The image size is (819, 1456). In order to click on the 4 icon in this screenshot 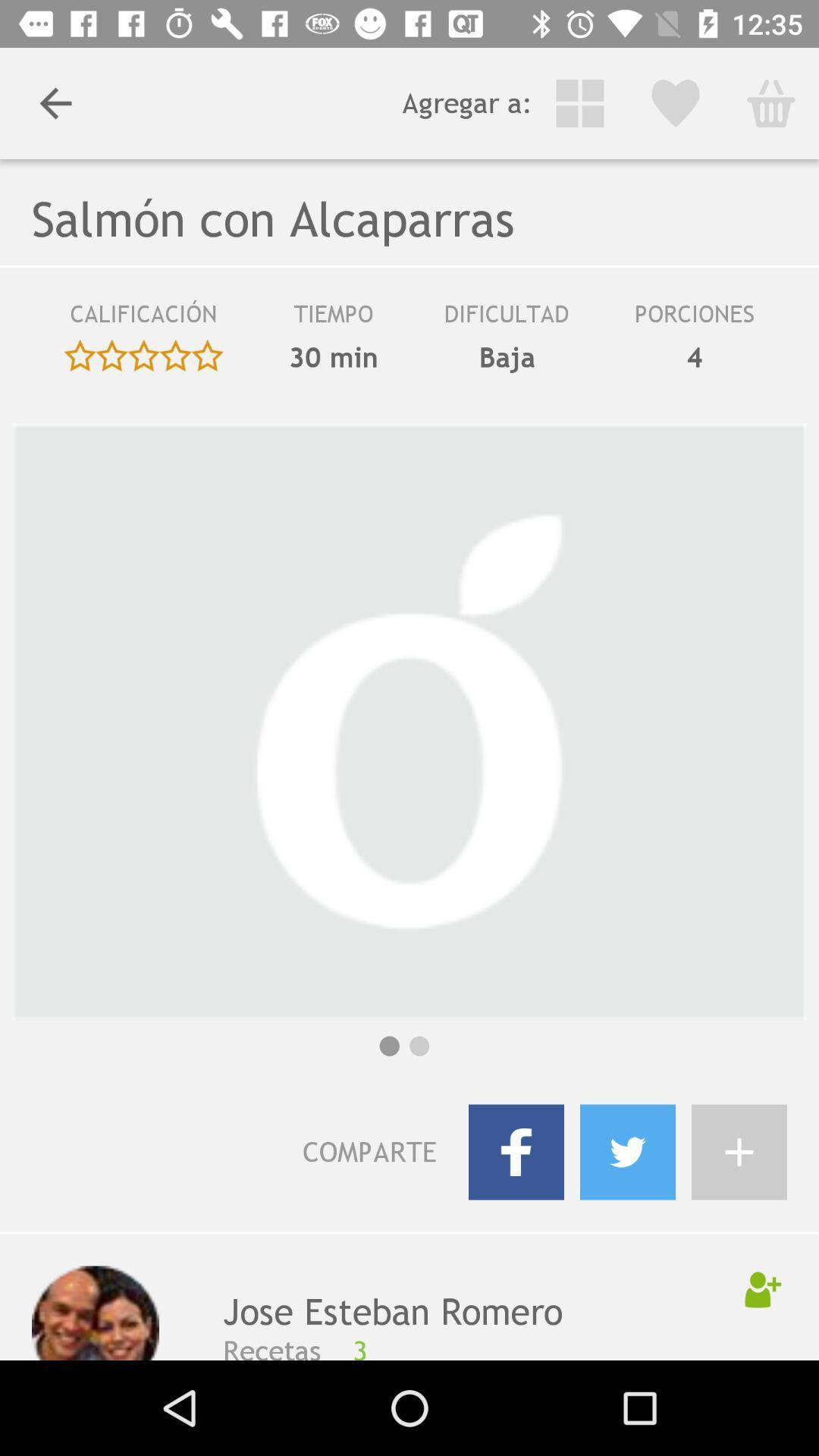, I will do `click(695, 356)`.